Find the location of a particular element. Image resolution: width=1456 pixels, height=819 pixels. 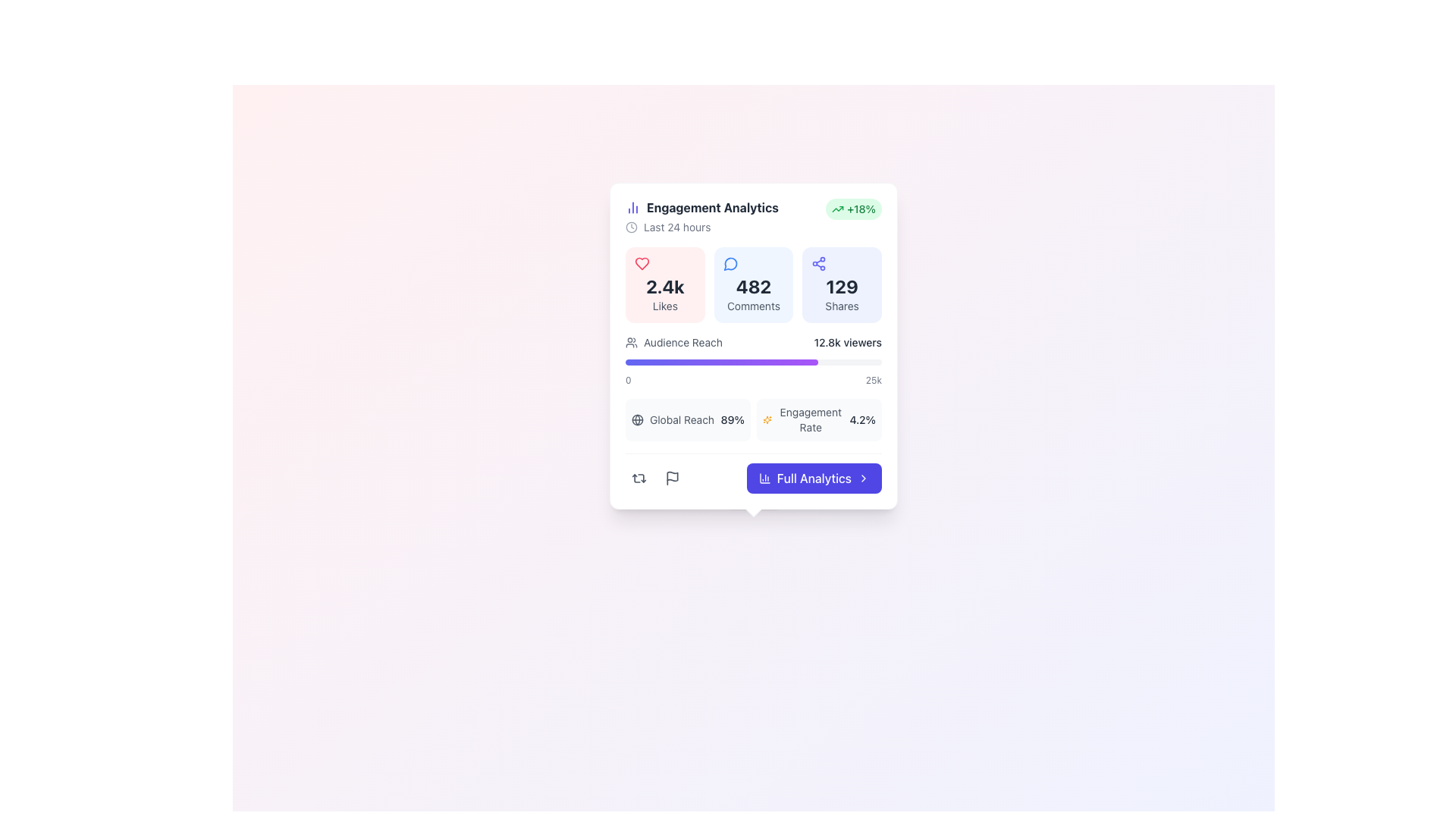

the icon depicting two human silhouettes located in the 'Audience Reach' section, which is styled in a simplistic, modern outline fashion with thin gray strokes is located at coordinates (632, 342).